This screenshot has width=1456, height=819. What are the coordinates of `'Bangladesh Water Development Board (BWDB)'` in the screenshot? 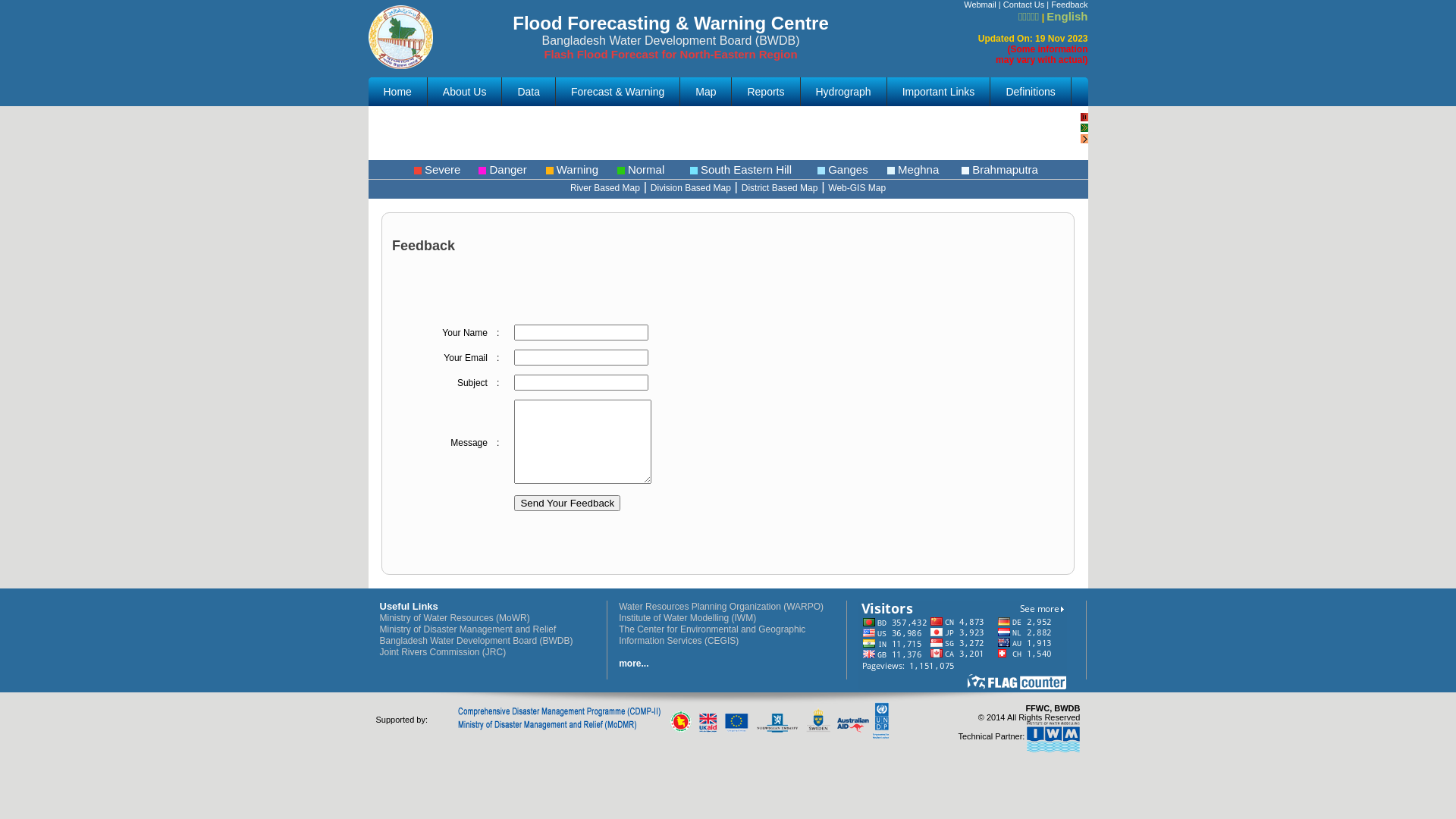 It's located at (475, 640).